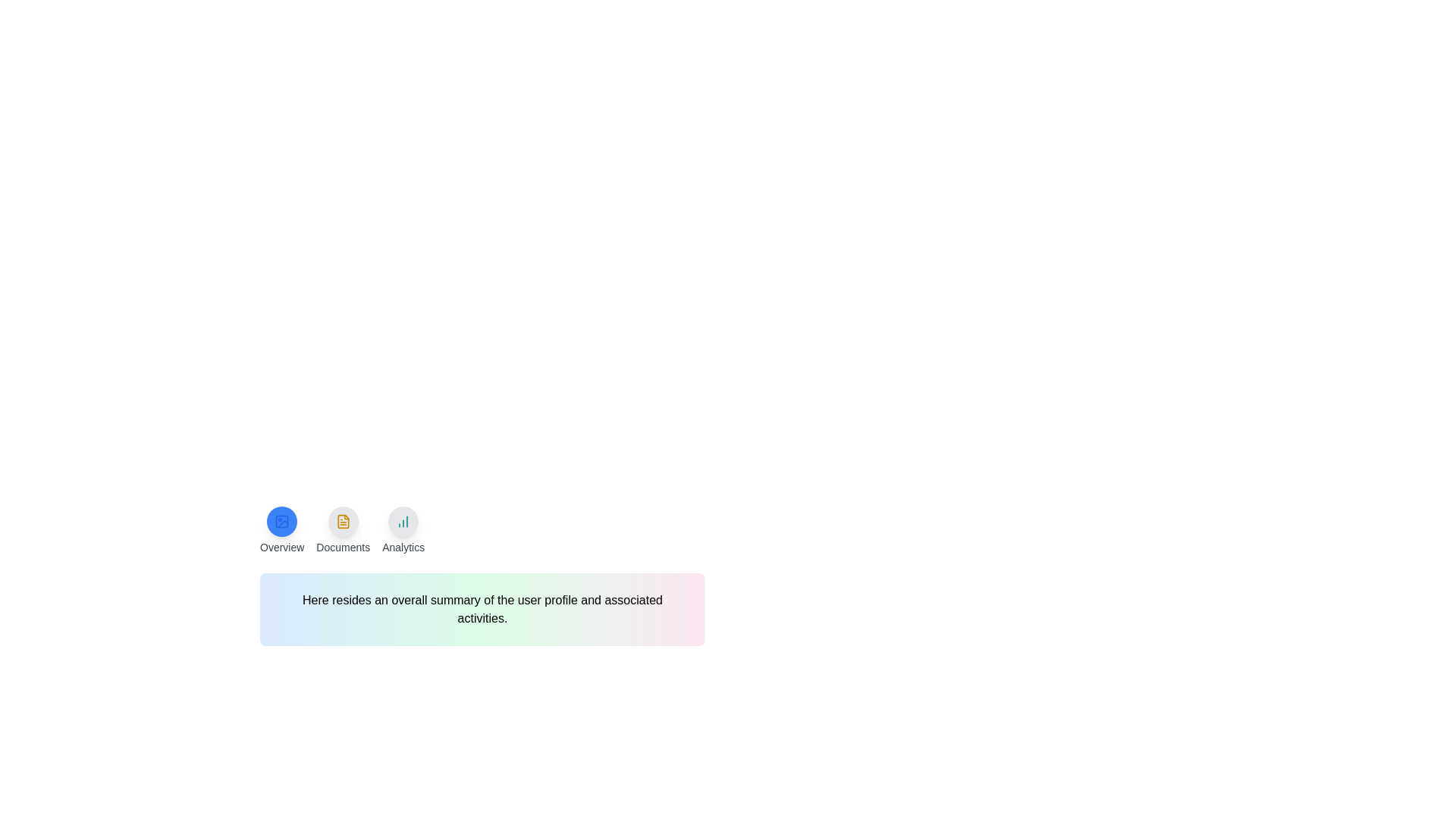 This screenshot has height=819, width=1456. What do you see at coordinates (282, 520) in the screenshot?
I see `the rounded rectangle SVG component located within the blue circular 'Overview' icon at the bottom left of the interface` at bounding box center [282, 520].